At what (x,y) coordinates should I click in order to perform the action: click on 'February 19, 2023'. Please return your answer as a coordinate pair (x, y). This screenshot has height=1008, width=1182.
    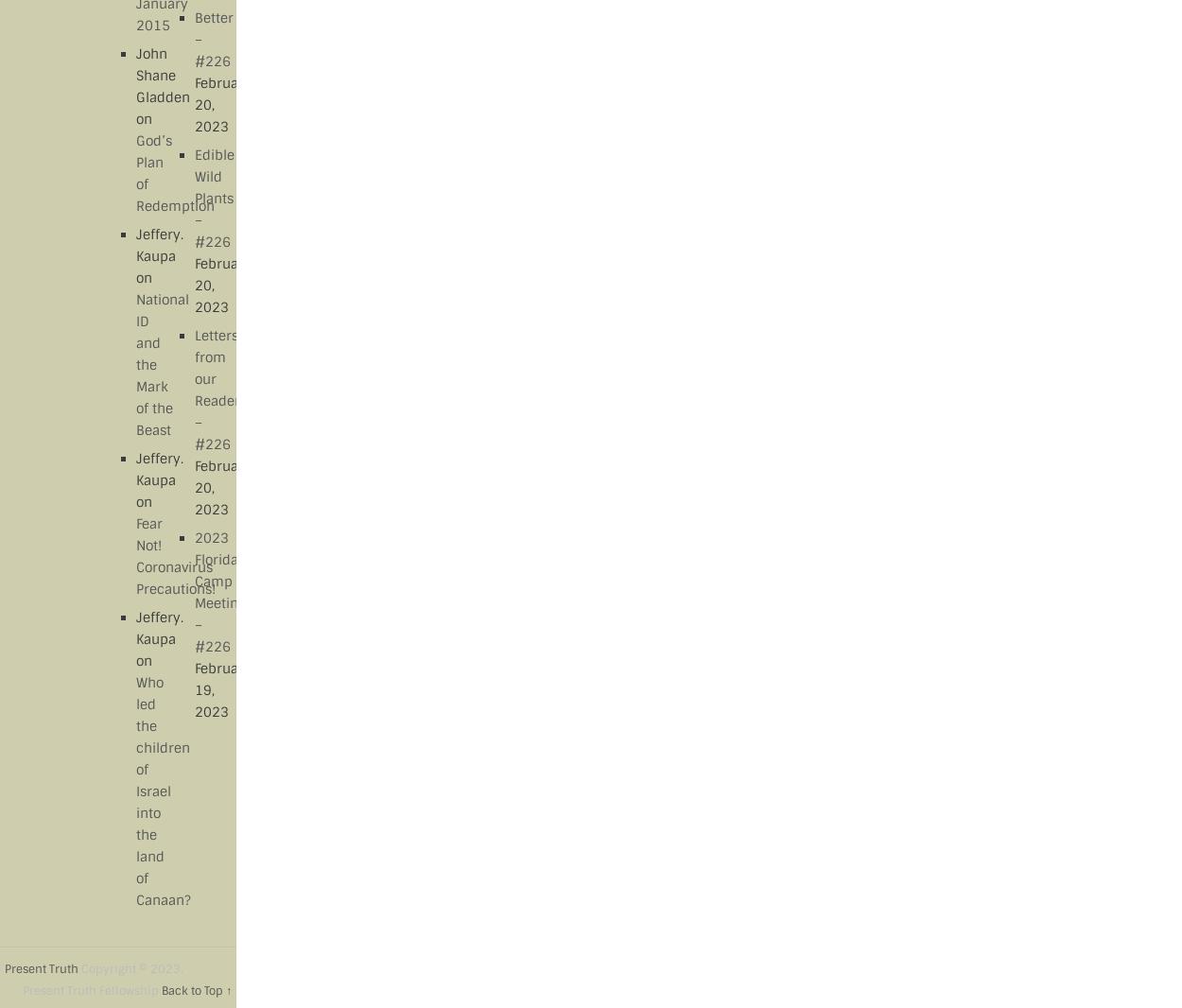
    Looking at the image, I should click on (221, 688).